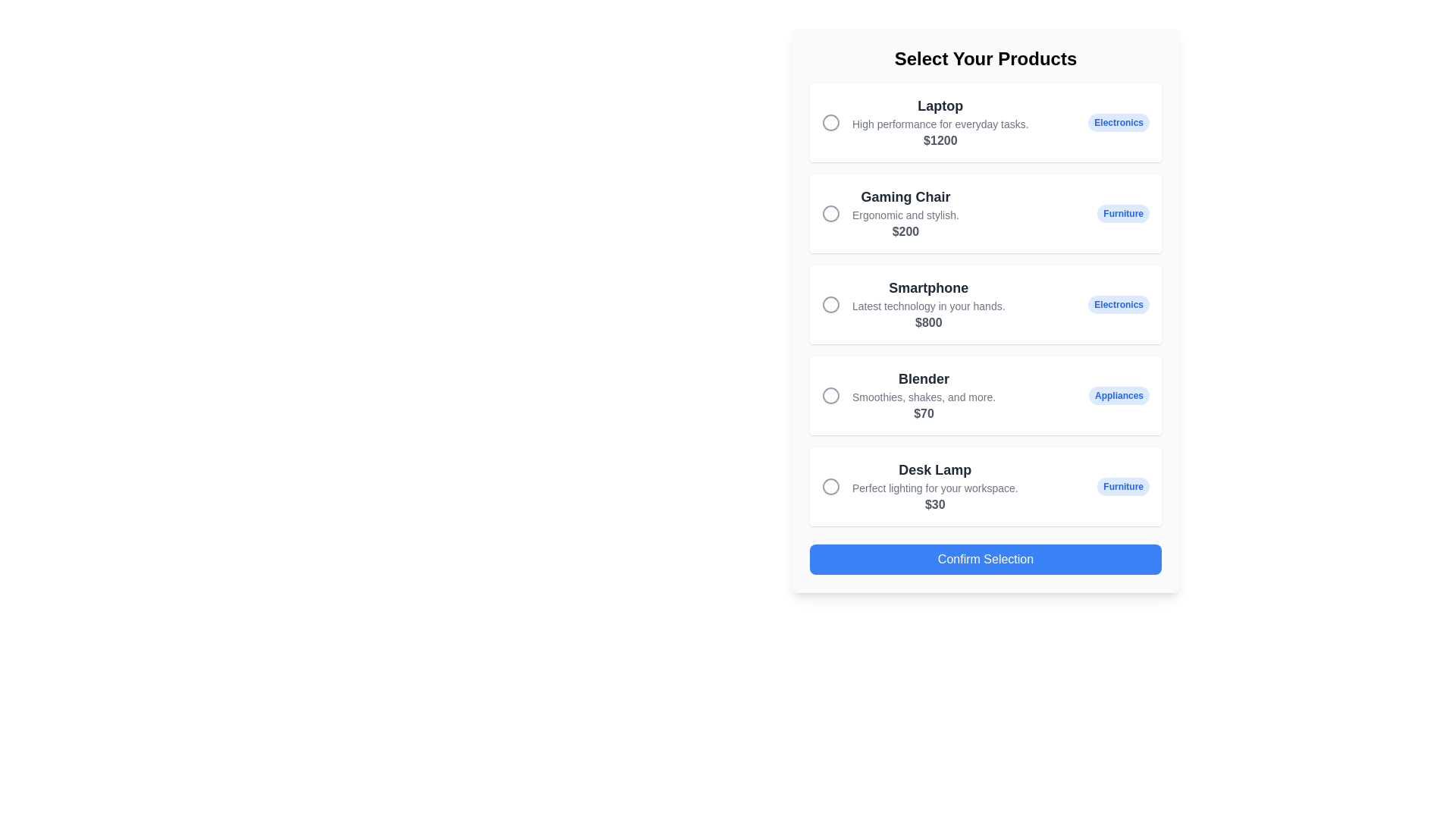  I want to click on the gray circular radio button located at the start of the 'Gaming Chair' product section under 'Select Your Products', so click(830, 213).